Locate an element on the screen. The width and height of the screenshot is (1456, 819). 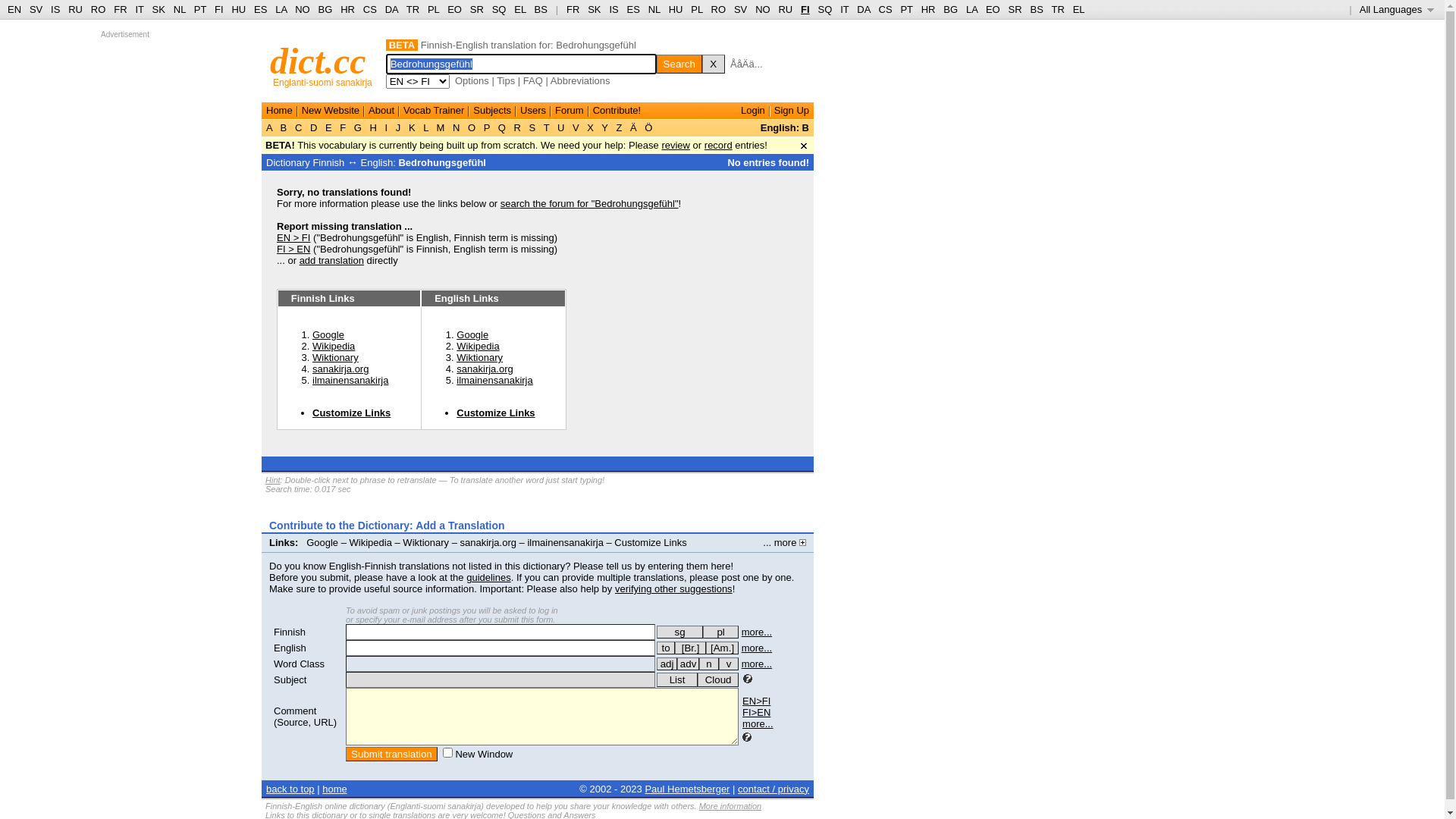
'M' is located at coordinates (439, 127).